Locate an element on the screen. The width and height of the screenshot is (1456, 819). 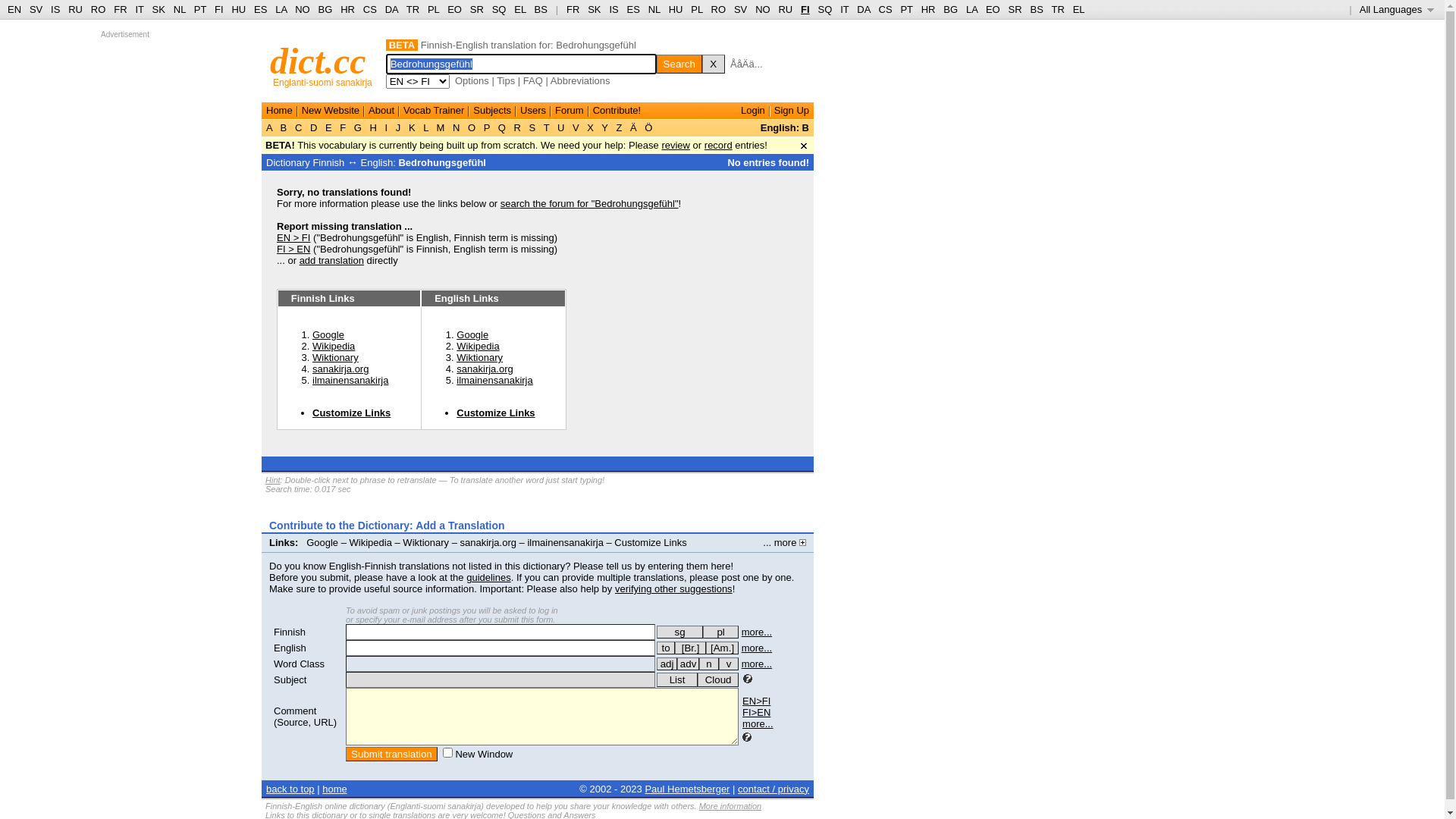
'M' is located at coordinates (439, 127).